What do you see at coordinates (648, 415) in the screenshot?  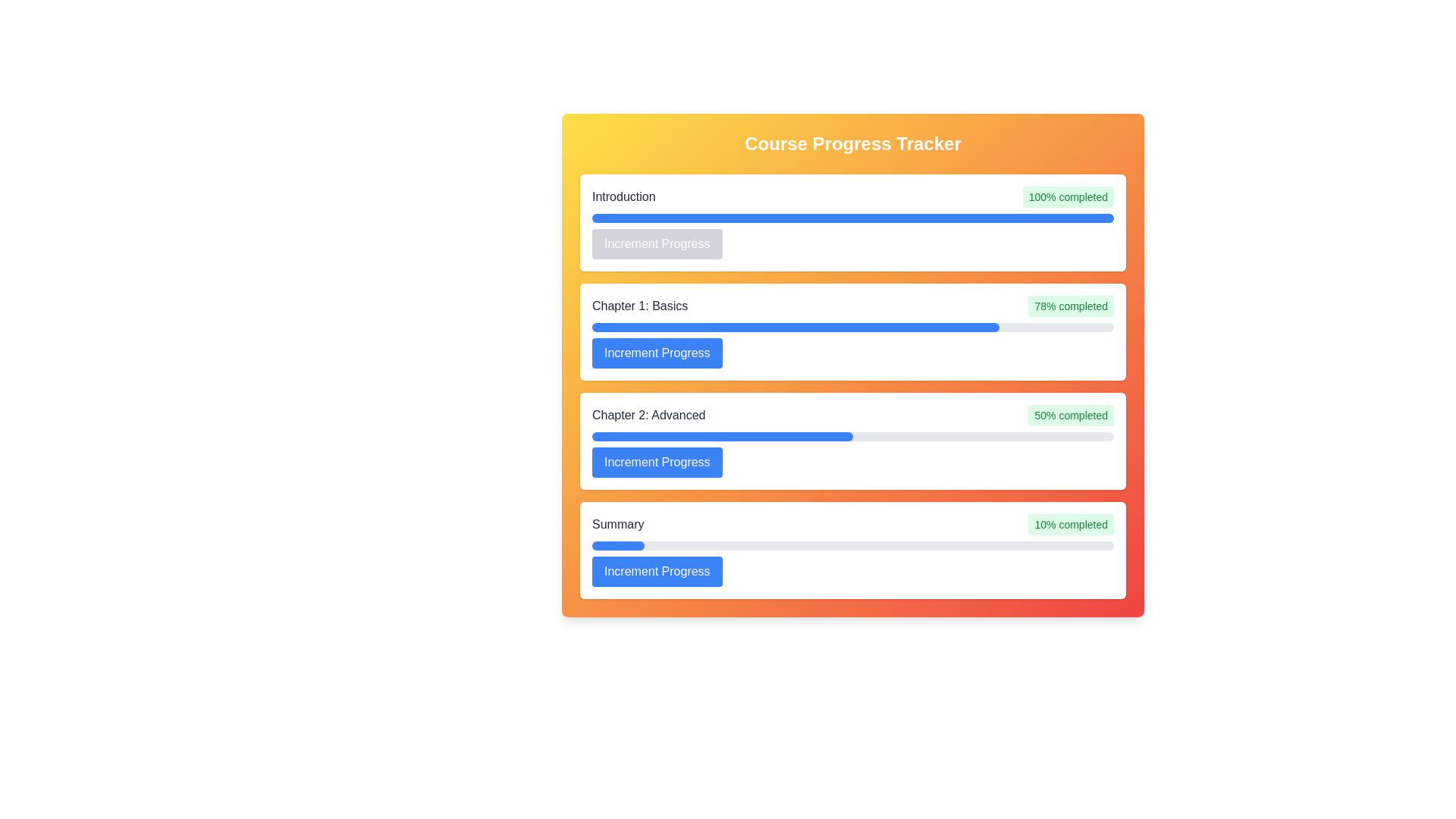 I see `and interpret the text content of the Text Label displaying 'Chapter 2: Advanced' in the third section of the progress tracker interface` at bounding box center [648, 415].